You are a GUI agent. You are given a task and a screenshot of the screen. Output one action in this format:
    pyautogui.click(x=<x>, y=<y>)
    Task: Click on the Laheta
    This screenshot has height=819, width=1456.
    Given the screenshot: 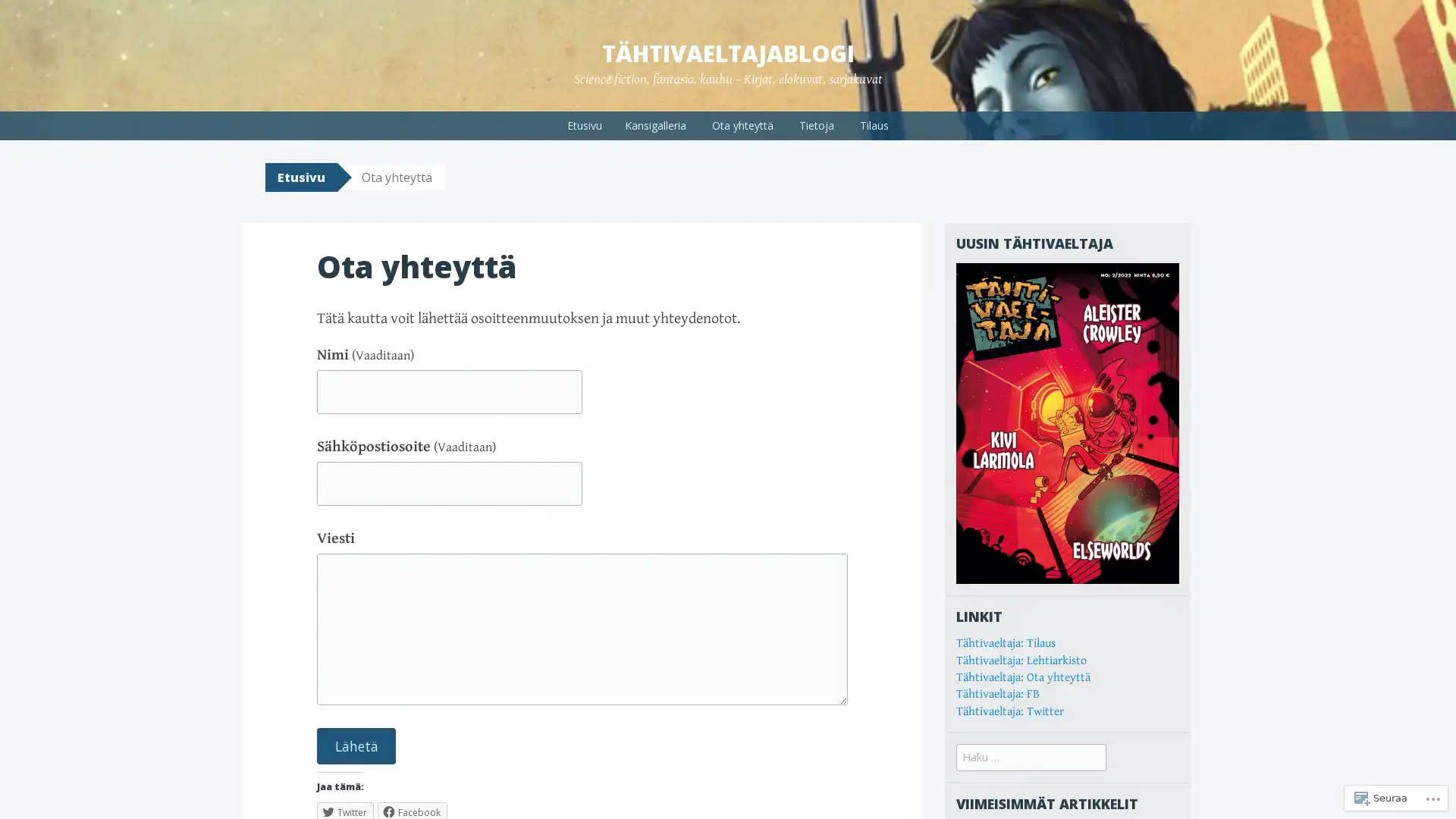 What is the action you would take?
    pyautogui.click(x=356, y=745)
    